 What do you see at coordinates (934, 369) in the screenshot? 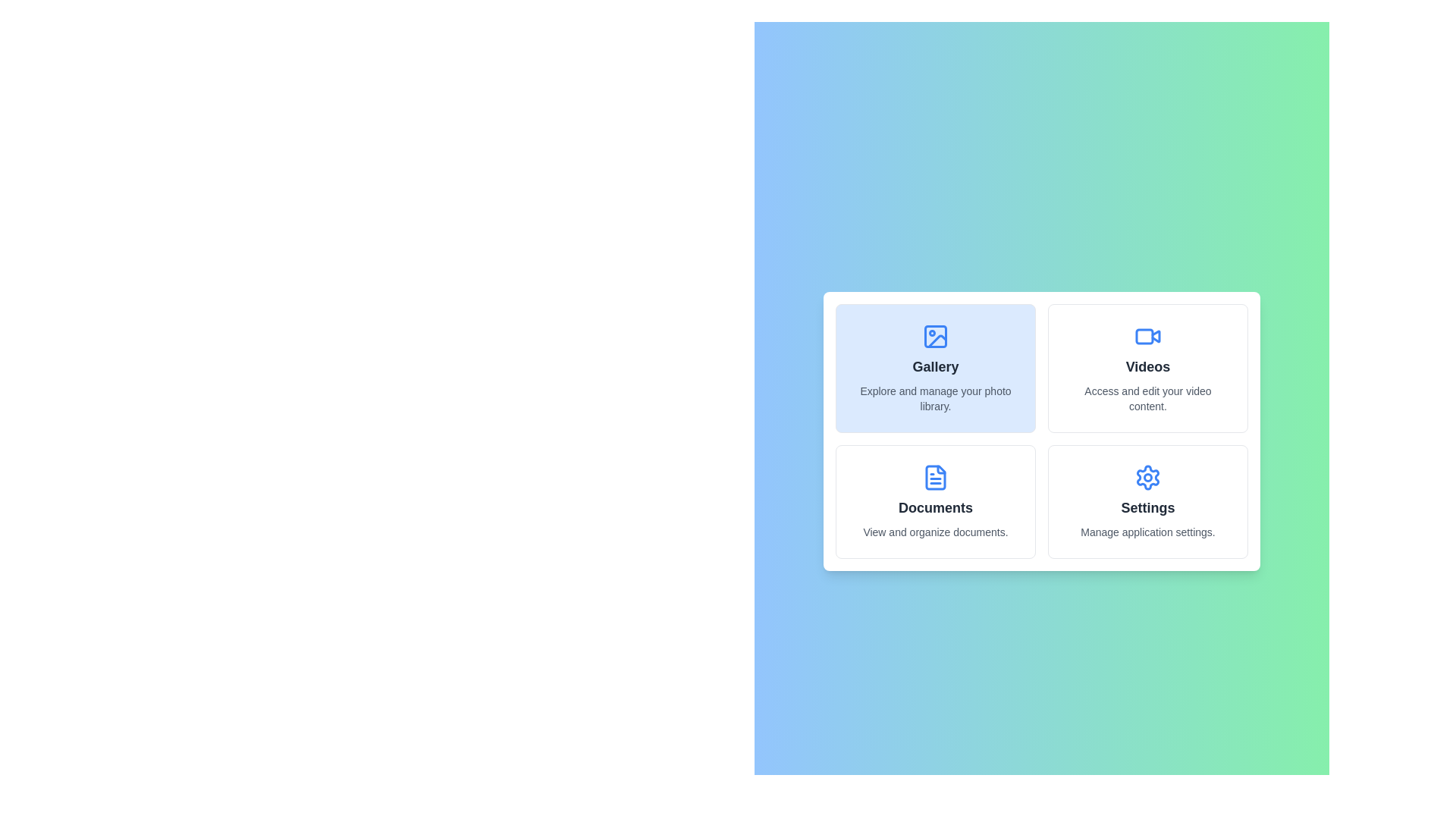
I see `the icon and label for Gallery` at bounding box center [934, 369].